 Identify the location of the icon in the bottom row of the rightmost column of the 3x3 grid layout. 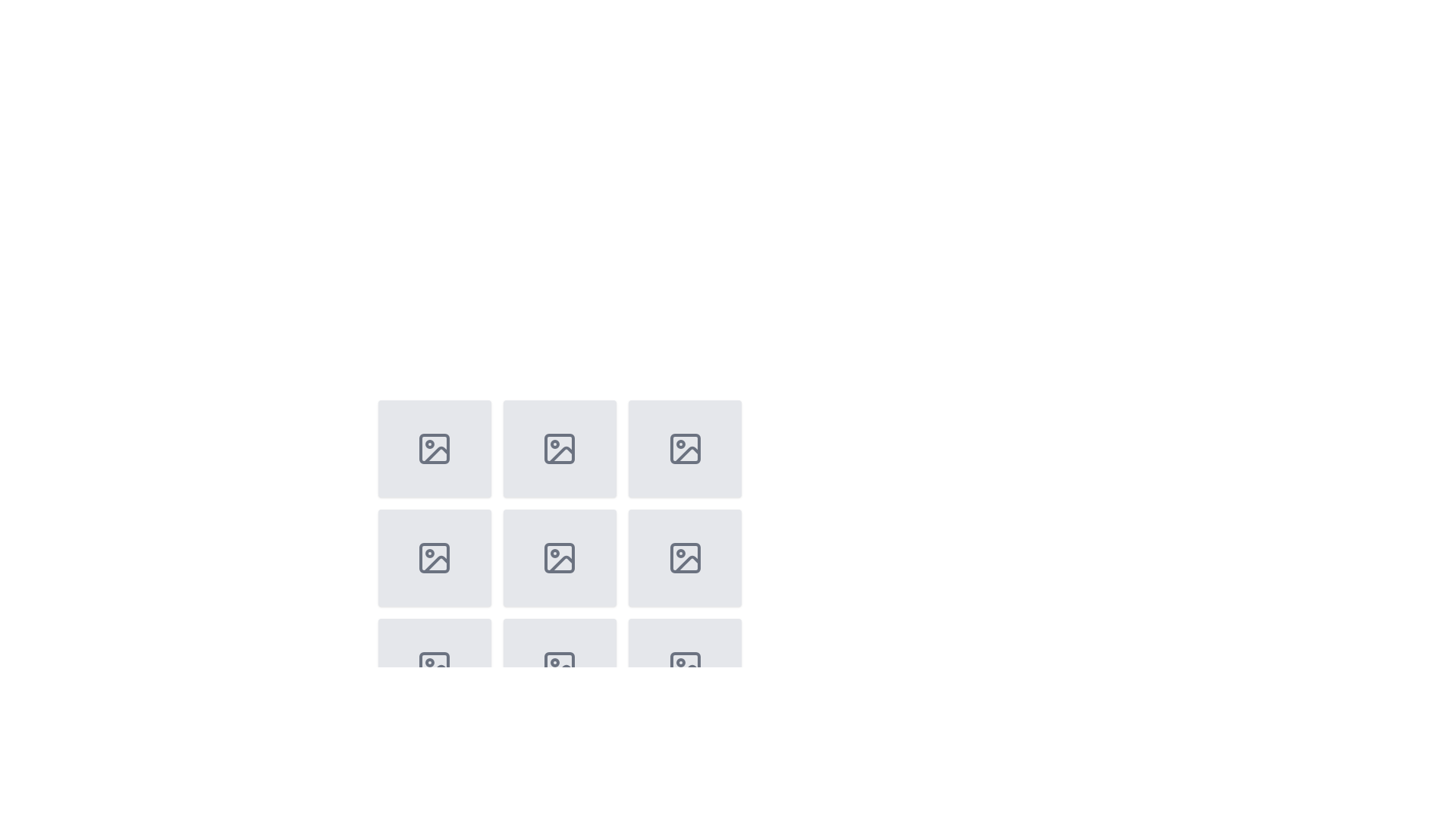
(434, 666).